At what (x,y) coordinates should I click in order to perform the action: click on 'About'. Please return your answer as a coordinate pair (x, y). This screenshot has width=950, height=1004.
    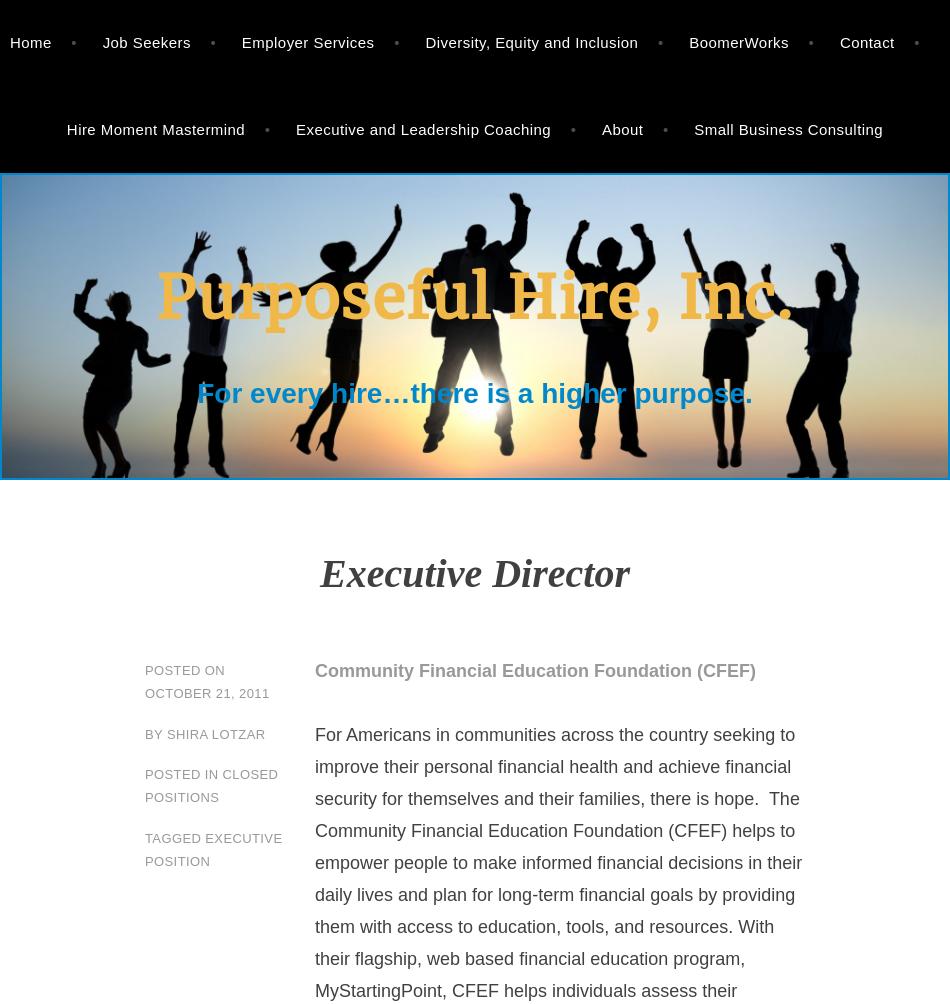
    Looking at the image, I should click on (621, 127).